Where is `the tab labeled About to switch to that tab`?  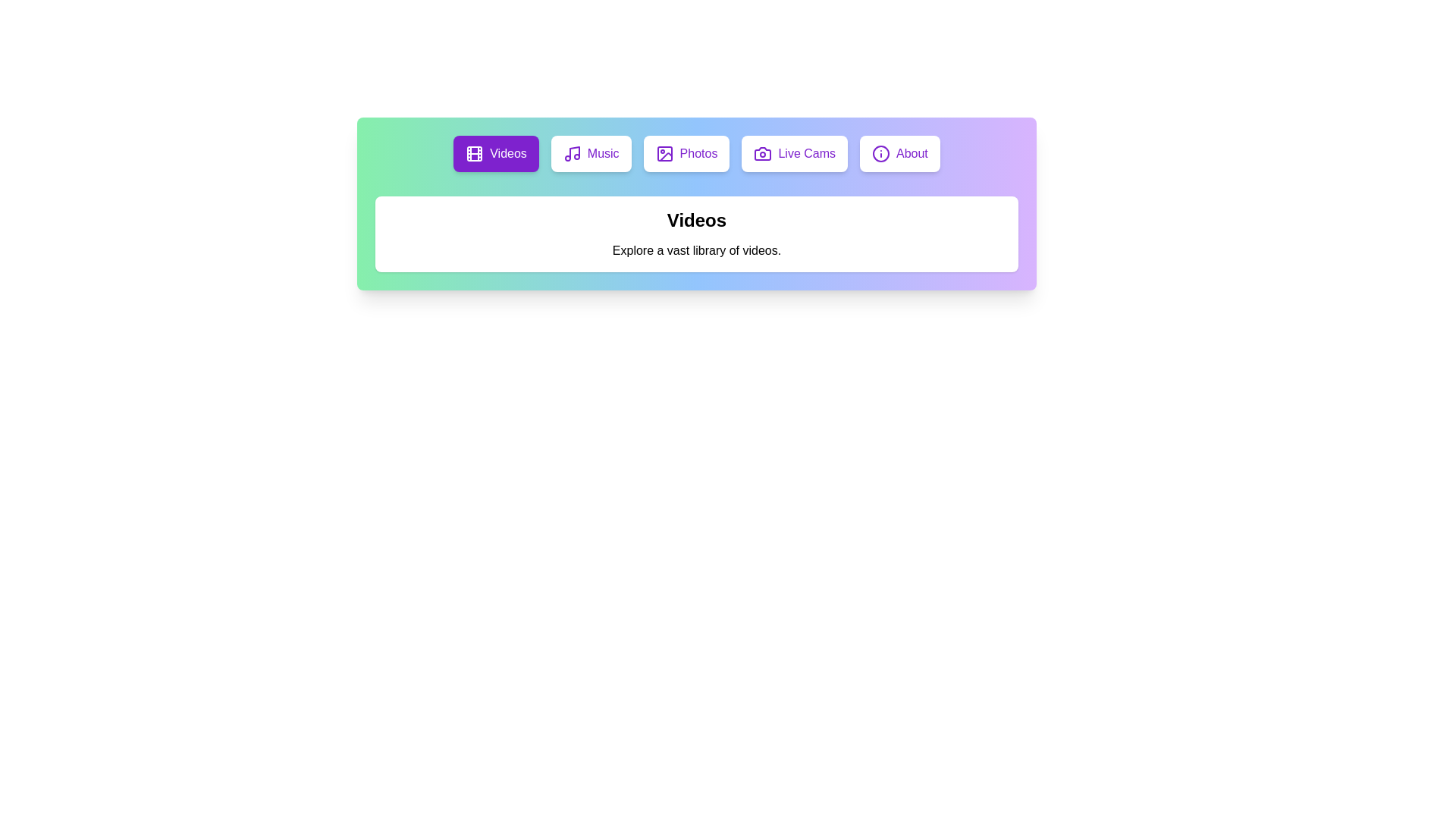 the tab labeled About to switch to that tab is located at coordinates (899, 154).